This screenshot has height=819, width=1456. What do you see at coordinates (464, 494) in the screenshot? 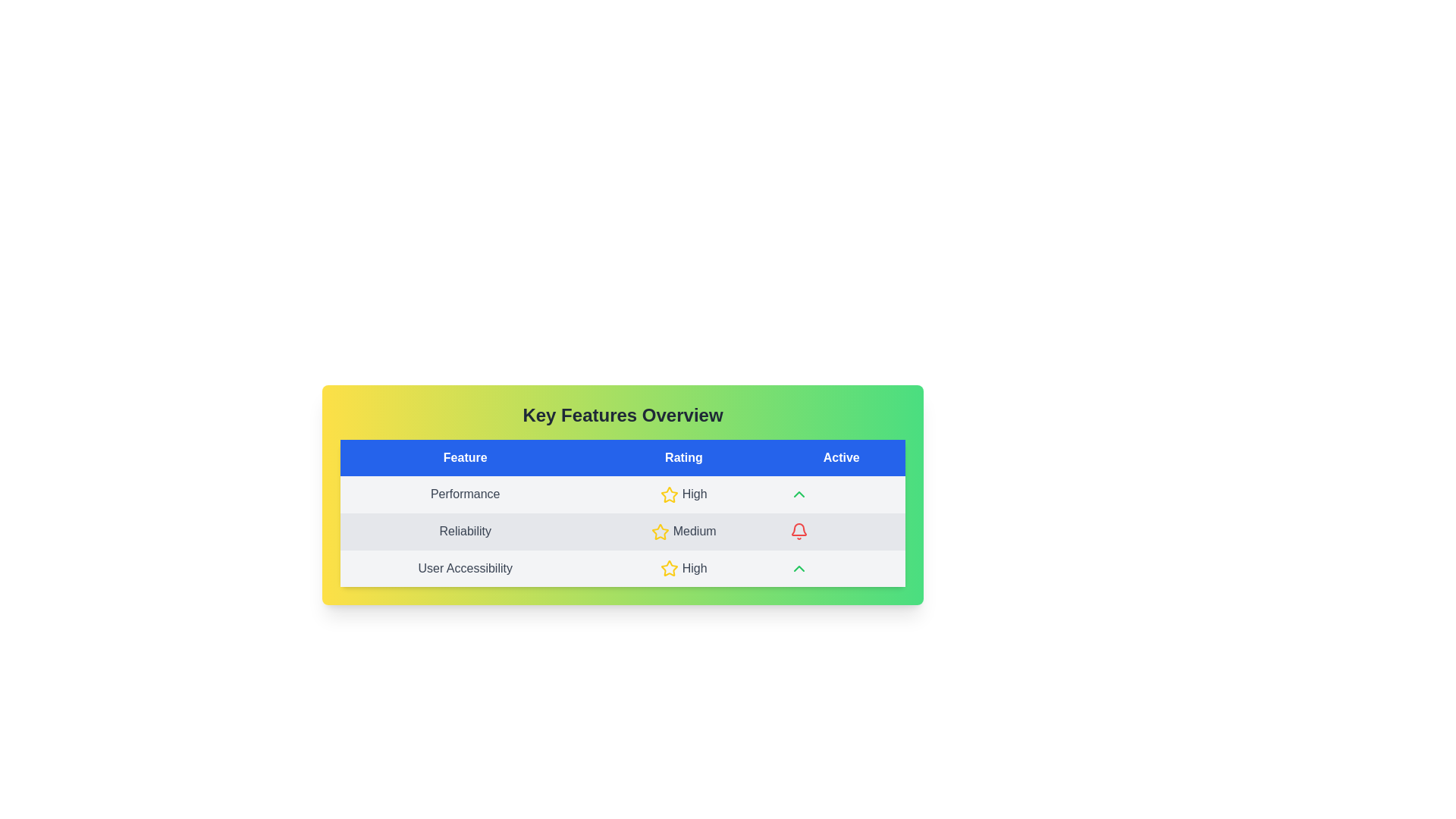
I see `the 'Performance' text label located in the first column of the first data row of the 'Key Features Overview' table` at bounding box center [464, 494].